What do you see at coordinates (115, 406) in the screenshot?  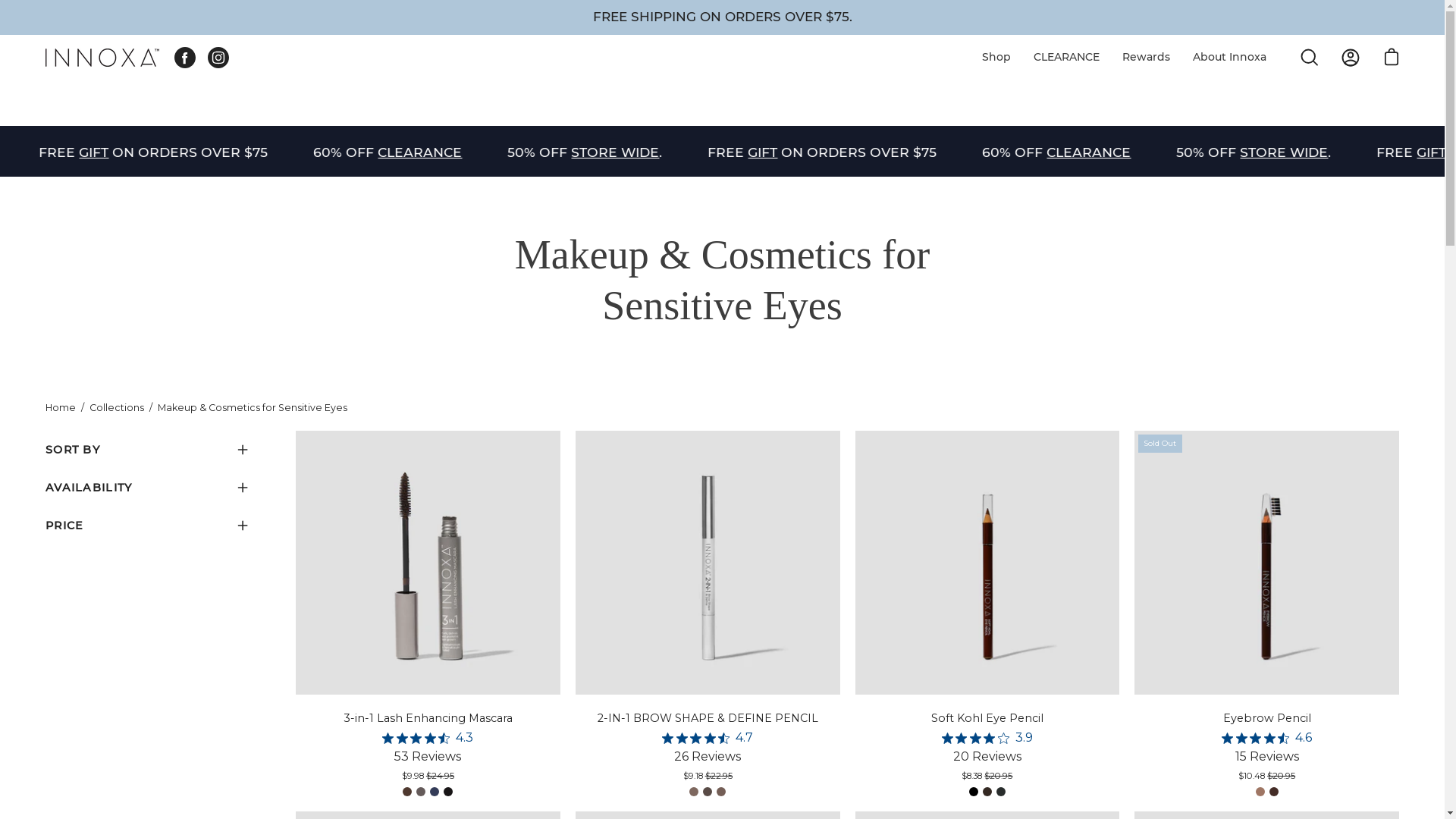 I see `'Collections'` at bounding box center [115, 406].